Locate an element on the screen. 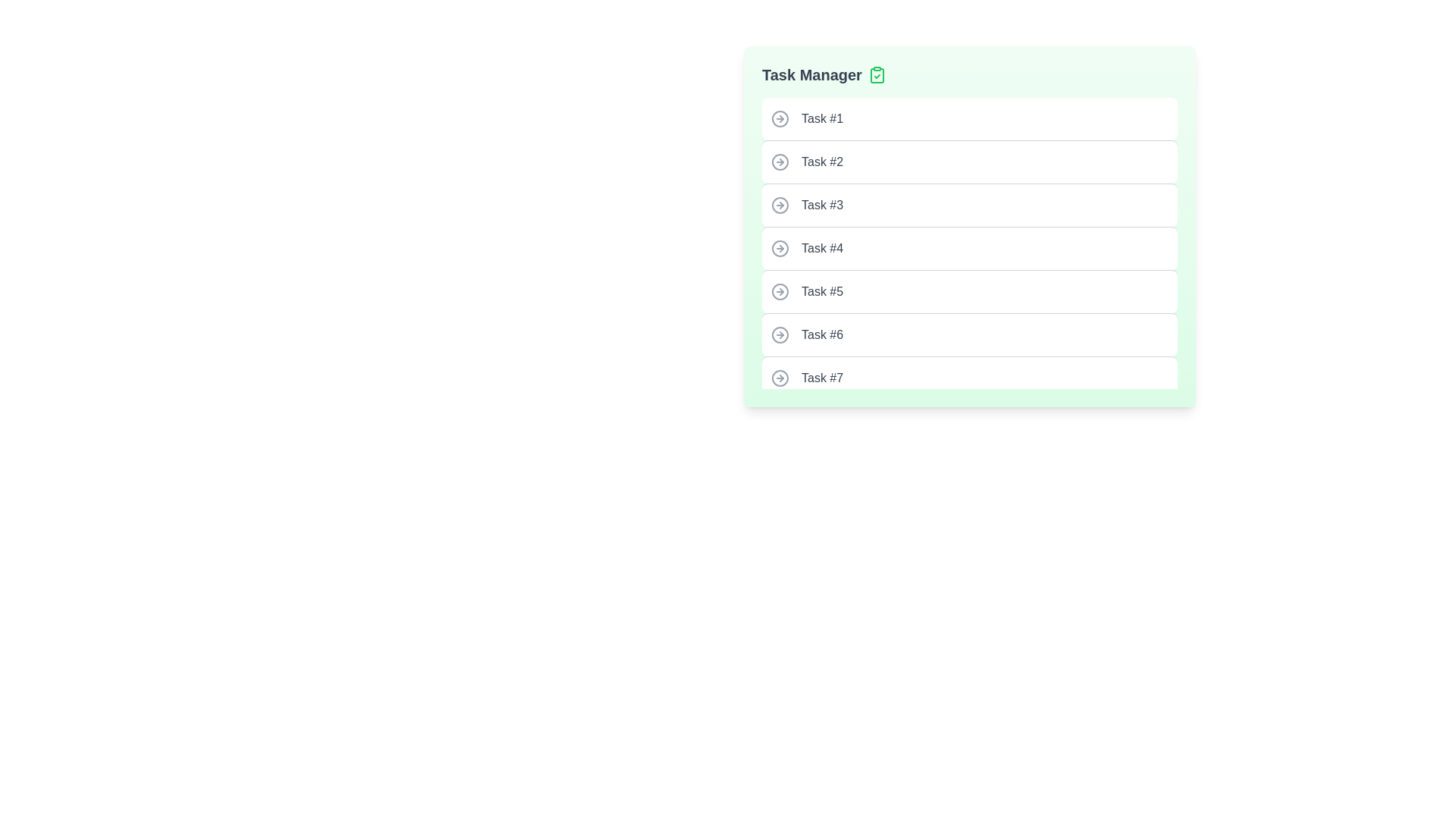 The height and width of the screenshot is (819, 1456). the task labeled Task #7 is located at coordinates (968, 377).